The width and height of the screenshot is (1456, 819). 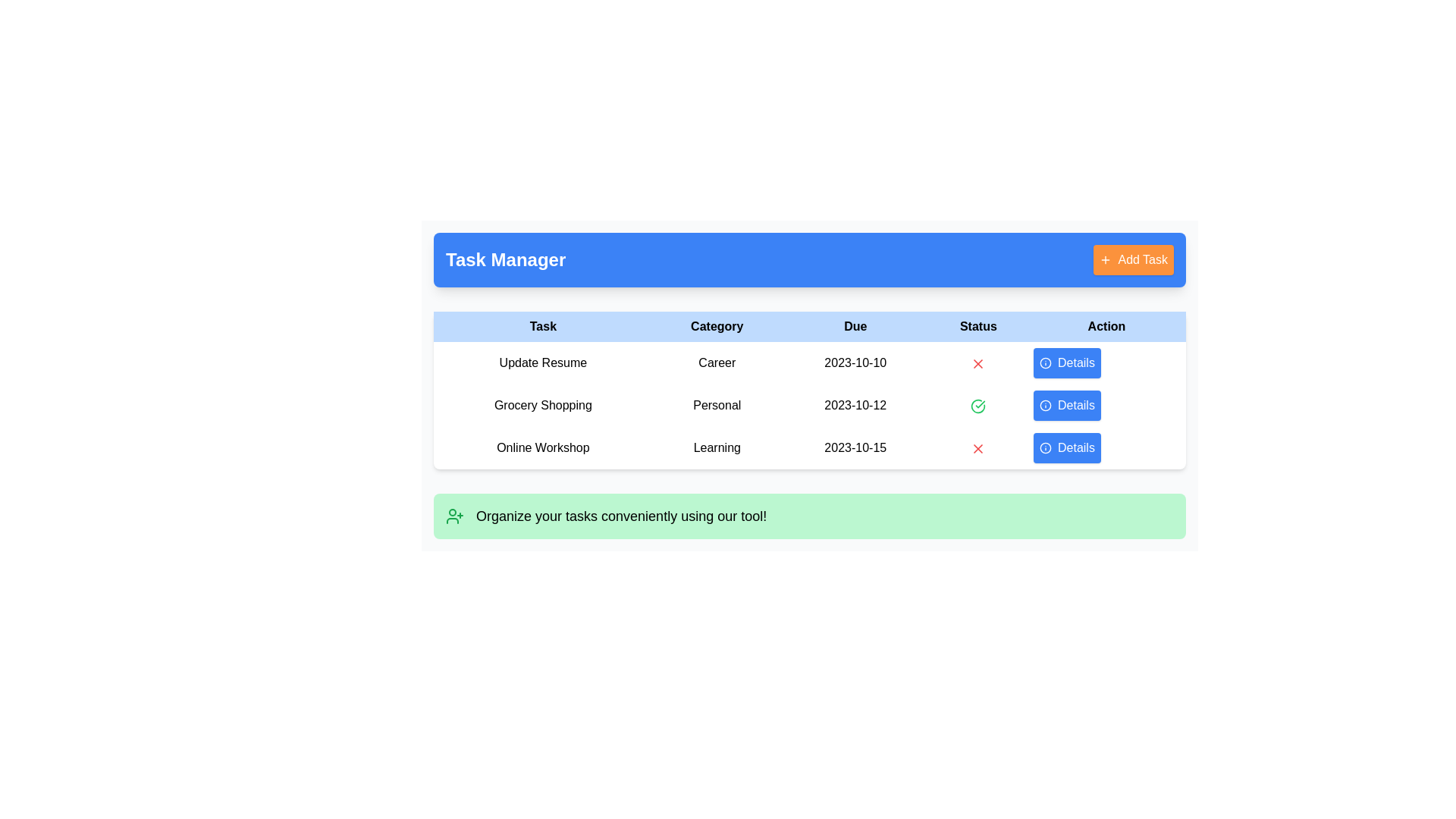 I want to click on the circular icon with an 'i' symbol, which is part of the button labeled 'Details' in the second row of the Actions column, so click(x=1044, y=405).